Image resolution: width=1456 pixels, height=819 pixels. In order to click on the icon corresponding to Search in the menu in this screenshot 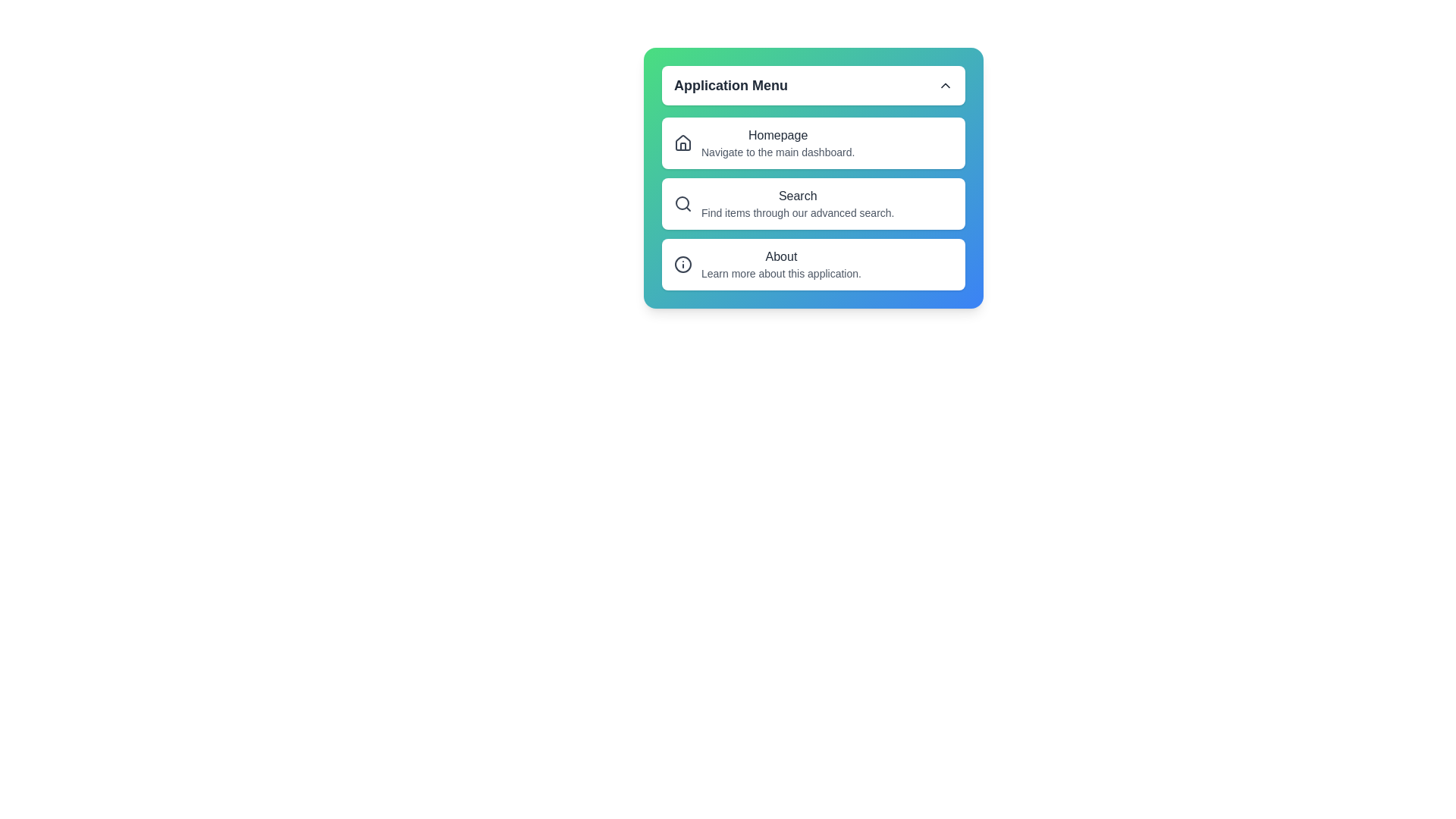, I will do `click(682, 203)`.